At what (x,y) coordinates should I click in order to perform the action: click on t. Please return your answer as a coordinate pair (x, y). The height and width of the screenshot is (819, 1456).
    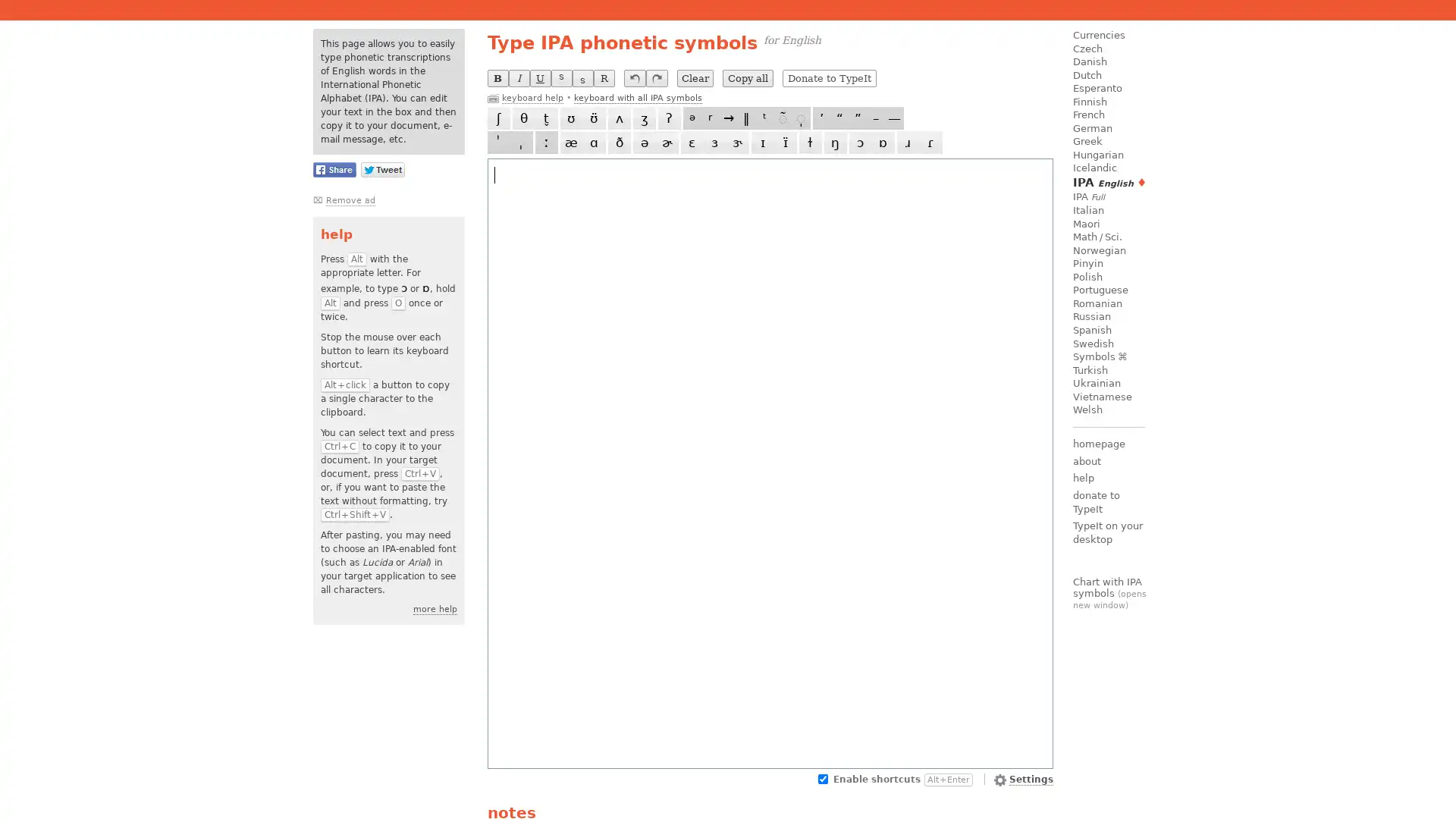
    Looking at the image, I should click on (546, 116).